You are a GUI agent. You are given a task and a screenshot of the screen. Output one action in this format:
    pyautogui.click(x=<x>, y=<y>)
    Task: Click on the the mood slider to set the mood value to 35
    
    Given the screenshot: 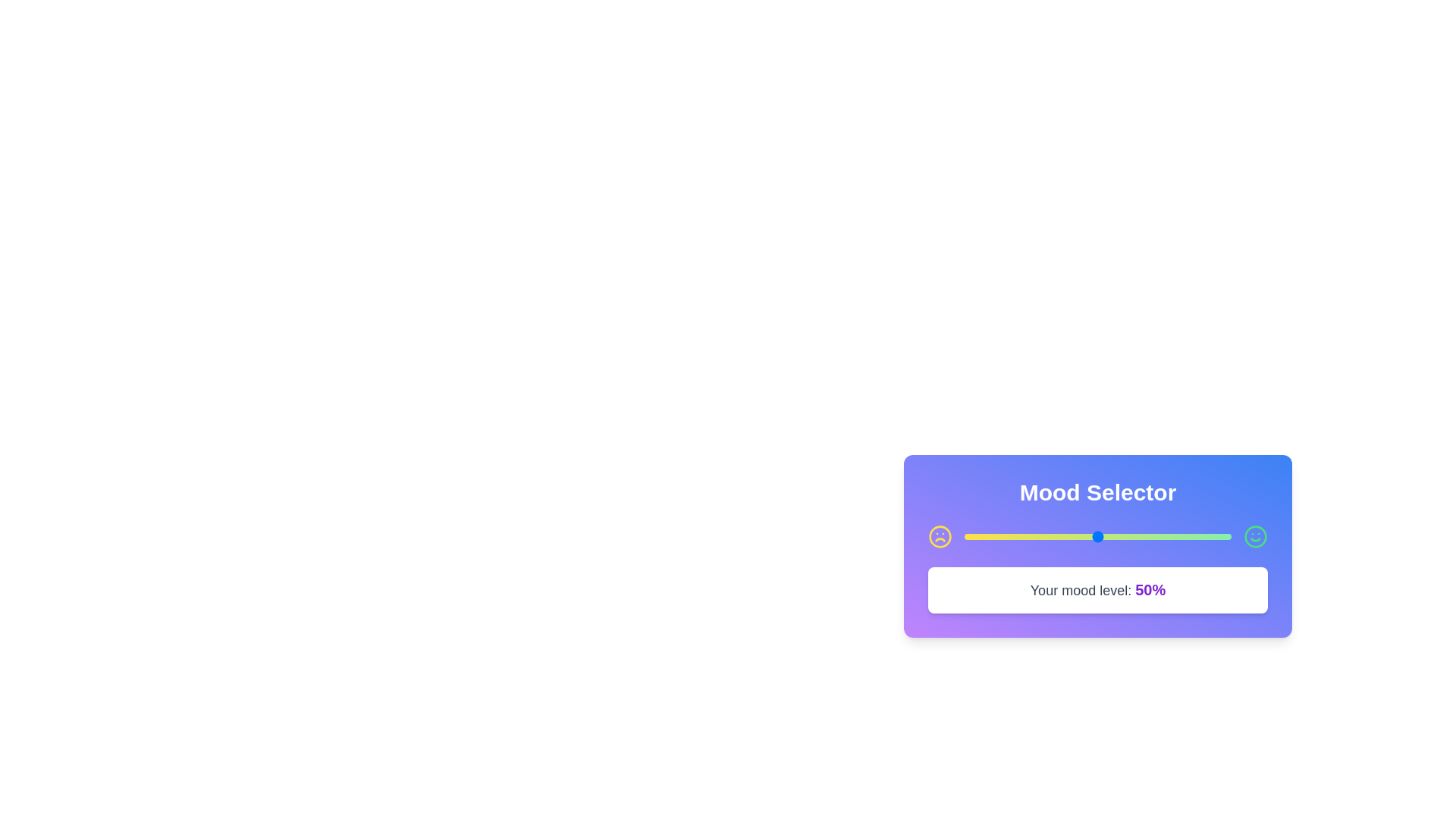 What is the action you would take?
    pyautogui.click(x=1057, y=536)
    